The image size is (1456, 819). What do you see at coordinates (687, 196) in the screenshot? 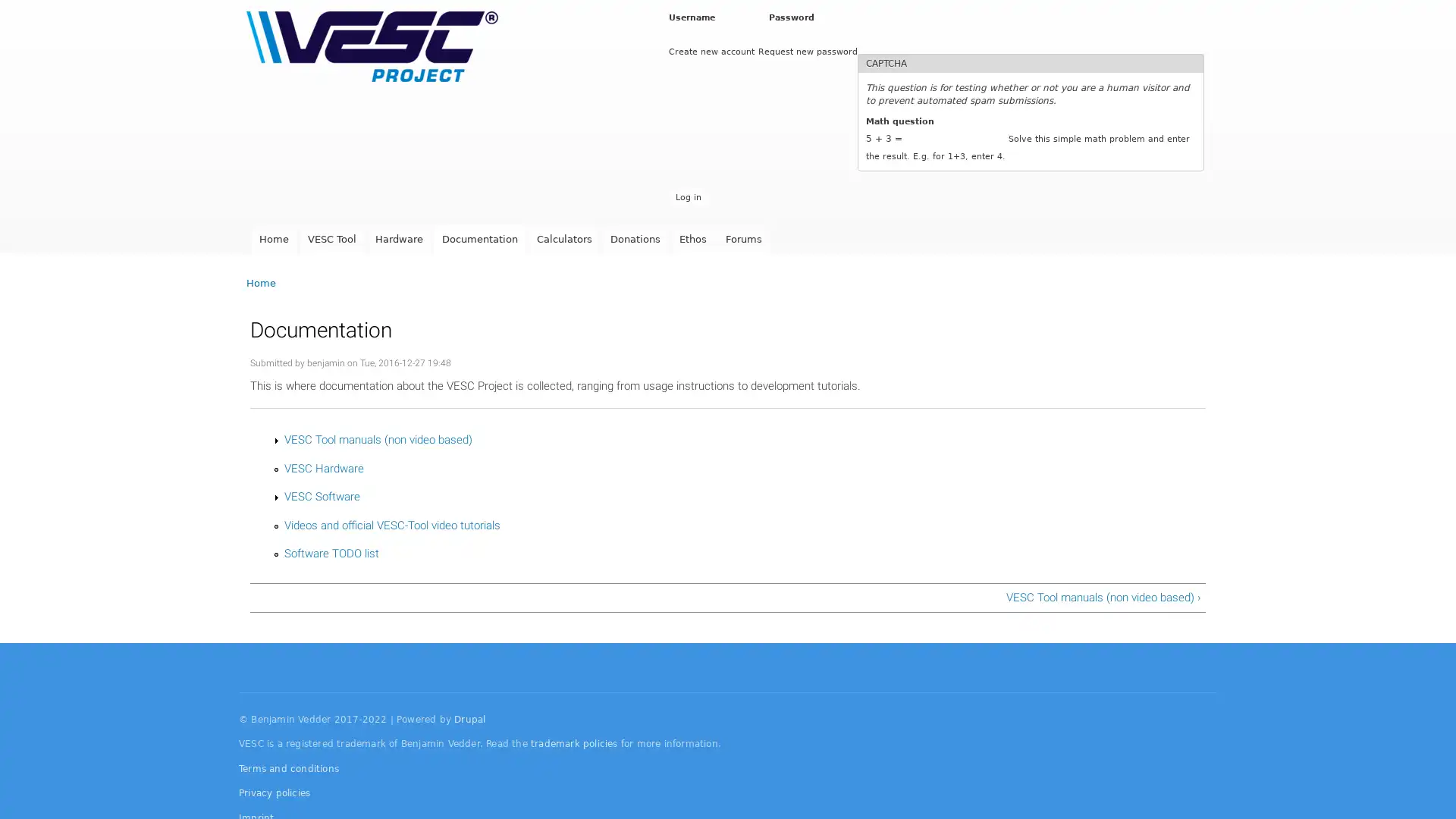
I see `Log in` at bounding box center [687, 196].